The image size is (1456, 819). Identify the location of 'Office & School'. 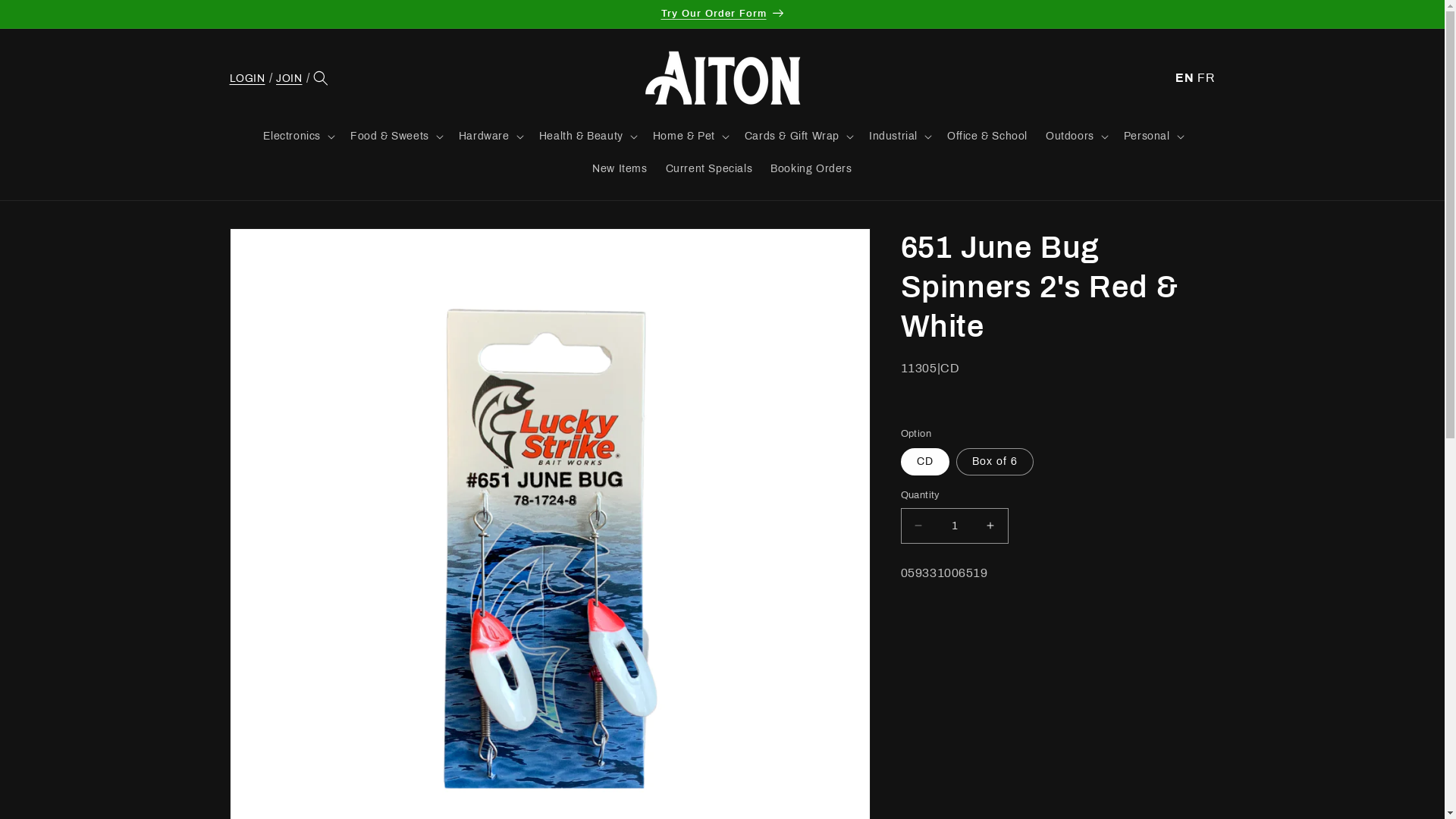
(987, 136).